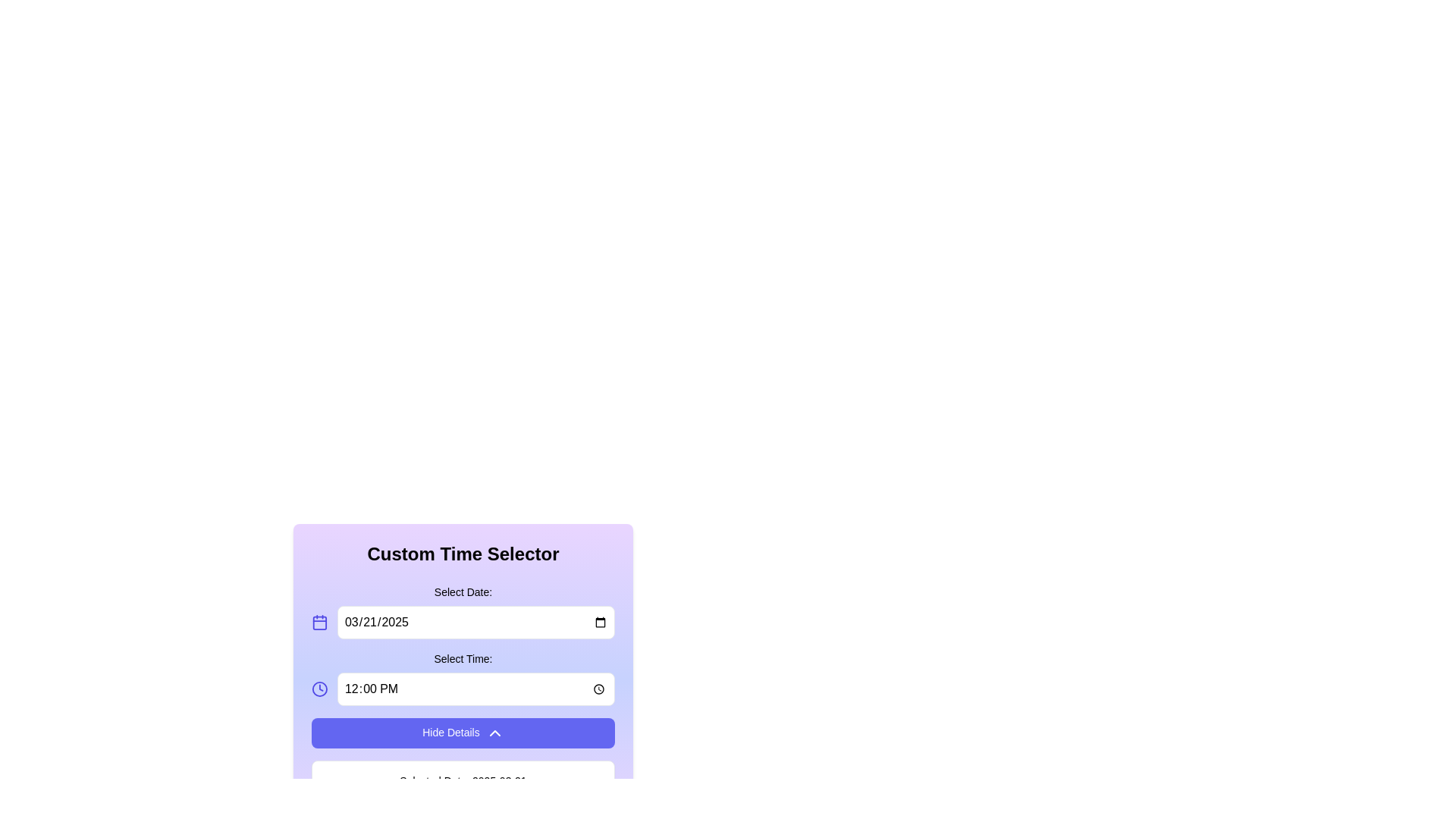 The height and width of the screenshot is (819, 1456). Describe the element at coordinates (319, 689) in the screenshot. I see `the outer boundary of the clock icon, which visually communicates the time selection functionality to users` at that location.